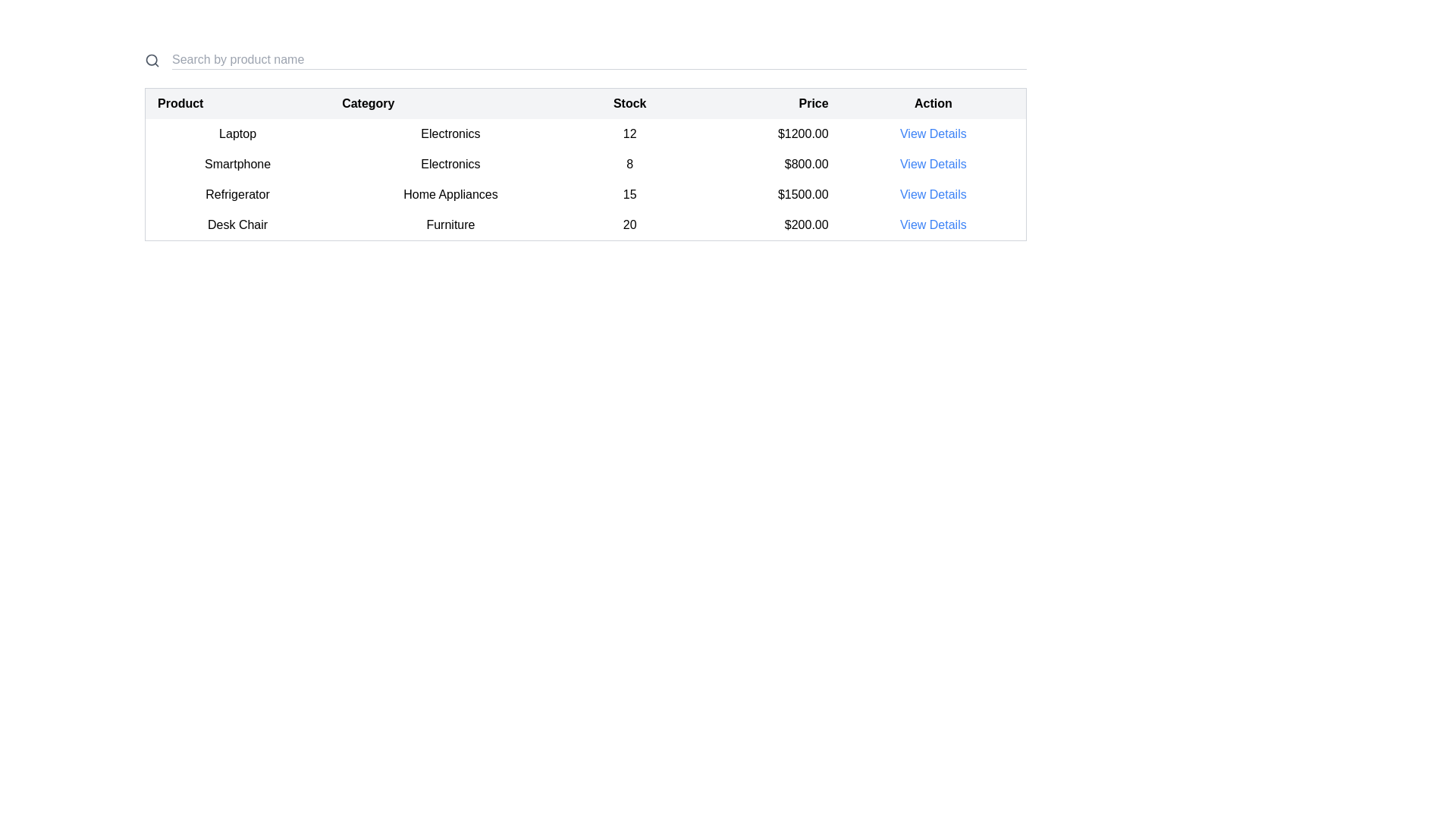 This screenshot has width=1456, height=819. Describe the element at coordinates (932, 225) in the screenshot. I see `the 'View Details' hyperlink, which is styled in blue and underlined, located in the last row of the table within the 'Action' column aligned with the 'Desk Chair' product` at that location.